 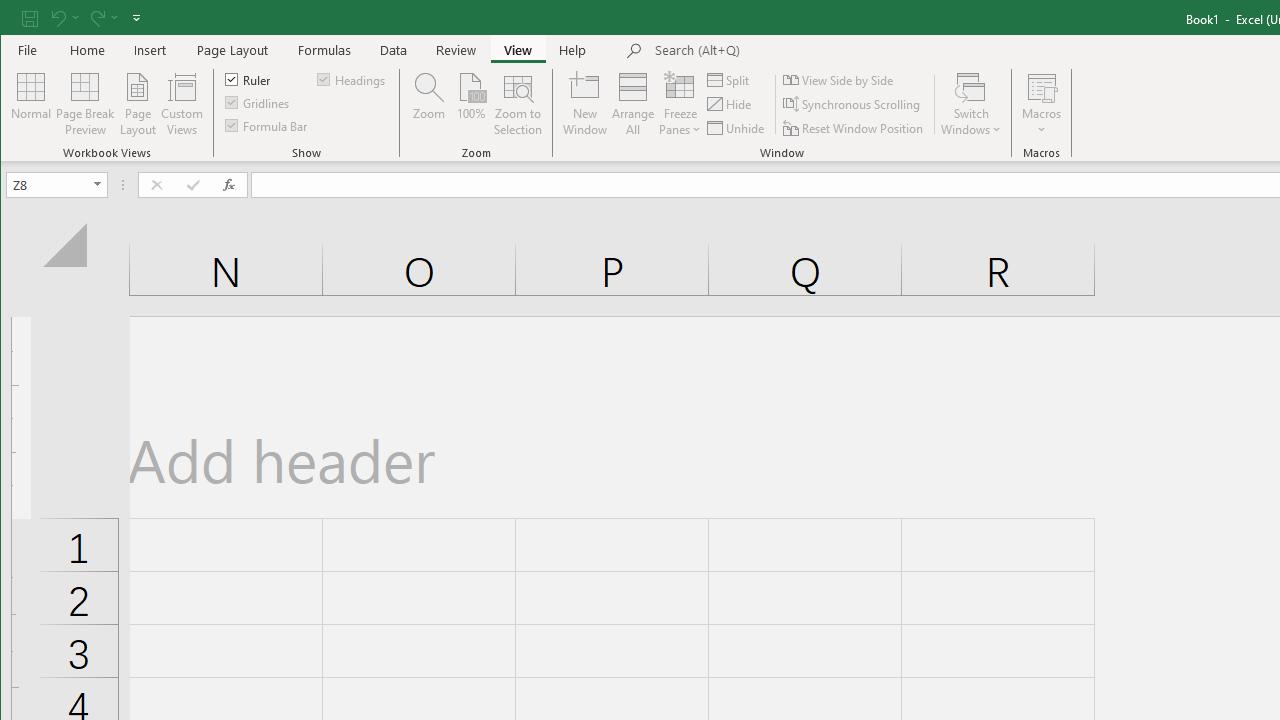 What do you see at coordinates (680, 104) in the screenshot?
I see `'Freeze Panes'` at bounding box center [680, 104].